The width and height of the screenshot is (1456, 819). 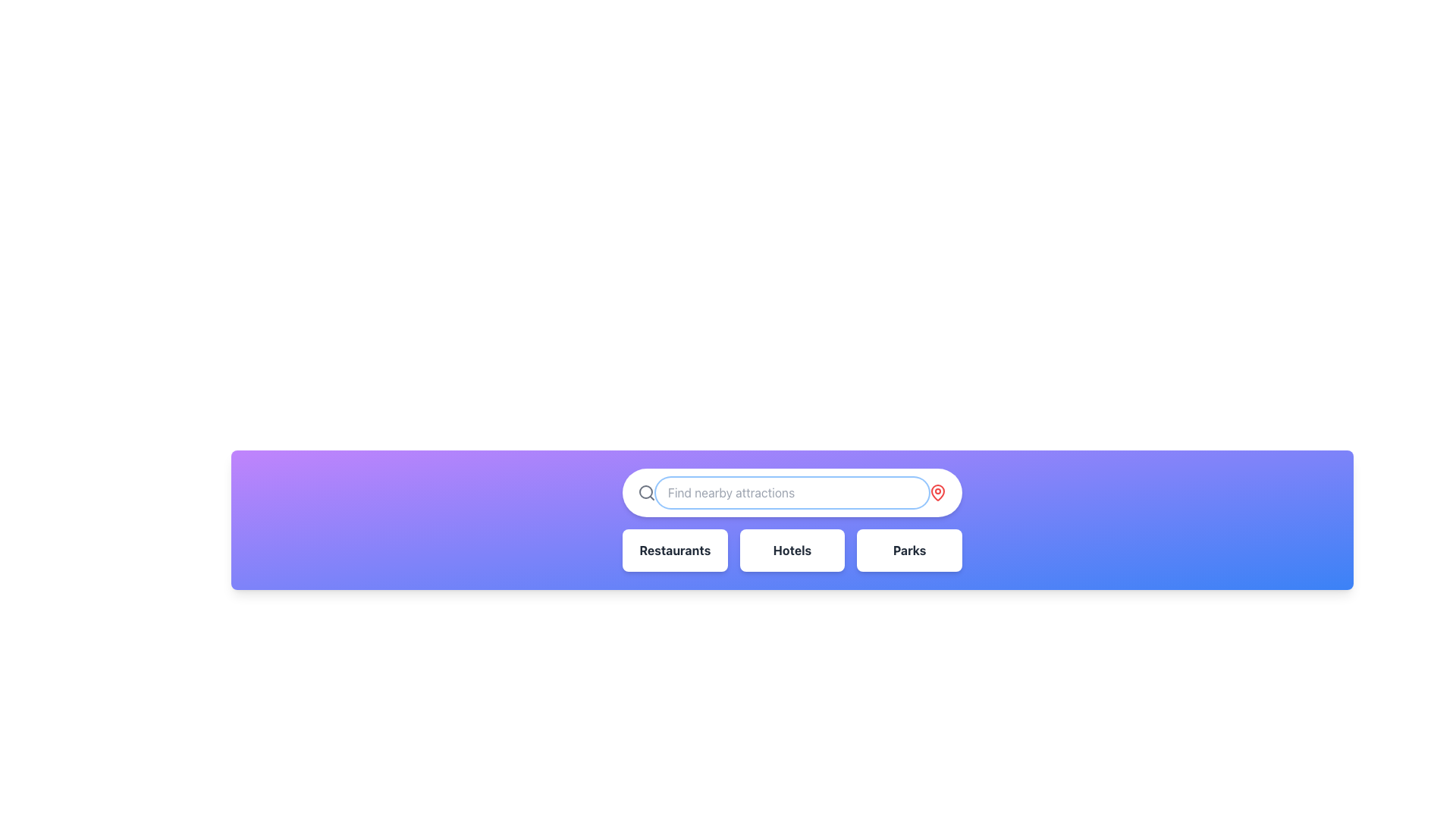 I want to click on text label that displays 'Parks' in bold, dark gray font located in the rightmost box below the search bar, so click(x=909, y=550).